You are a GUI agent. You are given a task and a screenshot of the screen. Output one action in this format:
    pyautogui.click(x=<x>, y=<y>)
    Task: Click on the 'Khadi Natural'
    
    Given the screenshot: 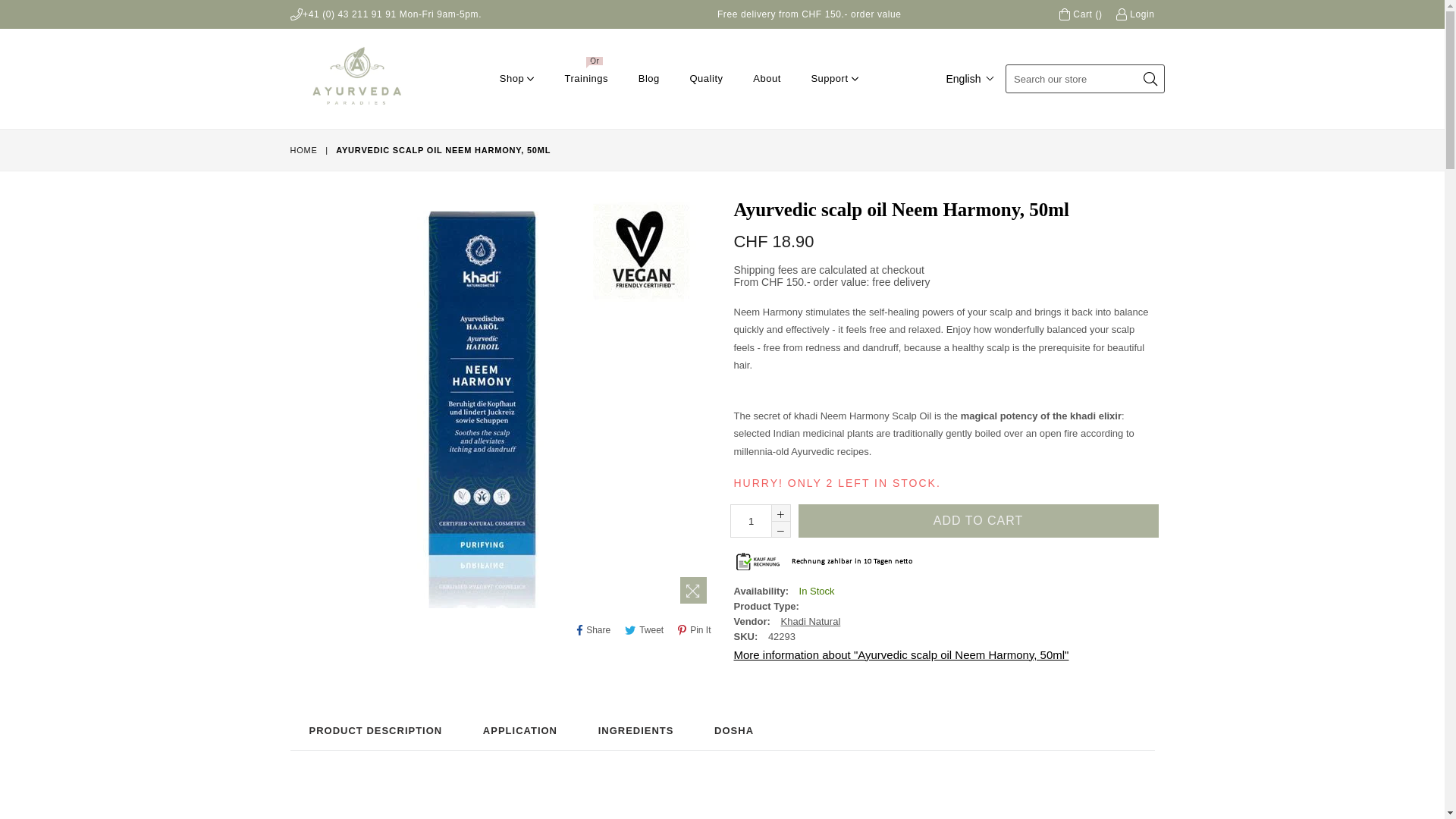 What is the action you would take?
    pyautogui.click(x=781, y=621)
    